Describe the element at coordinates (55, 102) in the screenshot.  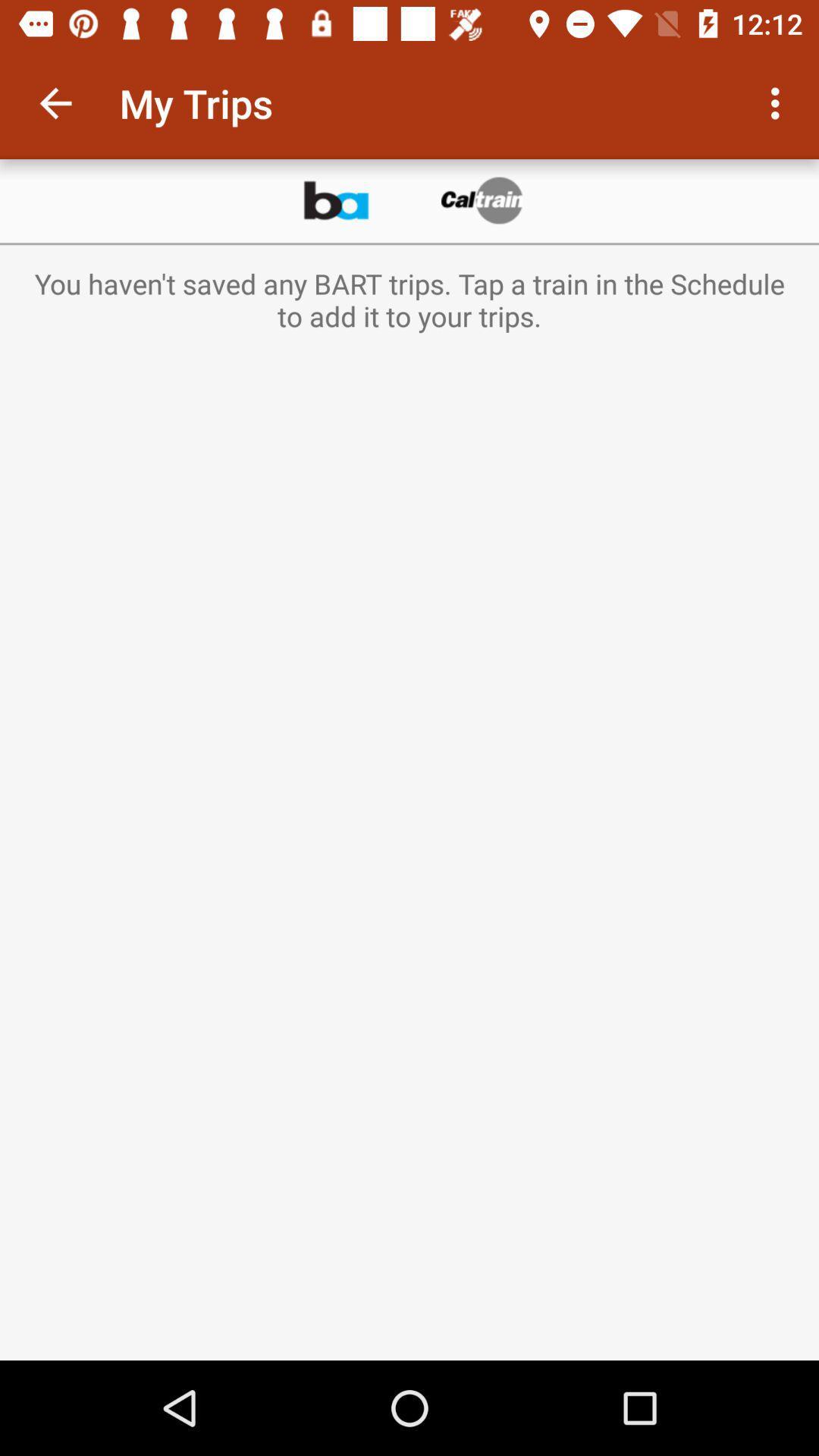
I see `icon next to my trips item` at that location.